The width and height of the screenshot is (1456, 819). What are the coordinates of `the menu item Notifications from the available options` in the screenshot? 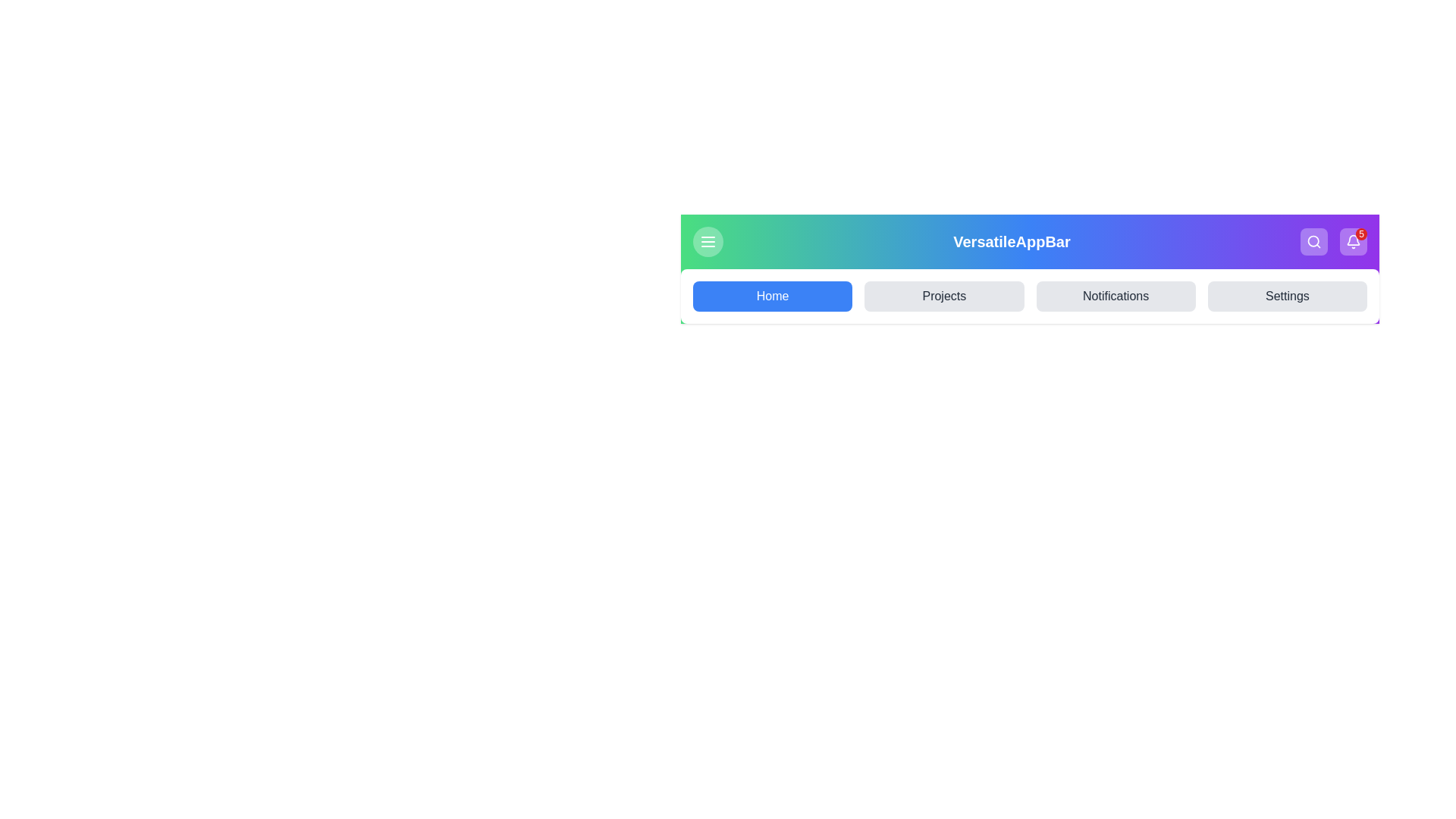 It's located at (1116, 296).